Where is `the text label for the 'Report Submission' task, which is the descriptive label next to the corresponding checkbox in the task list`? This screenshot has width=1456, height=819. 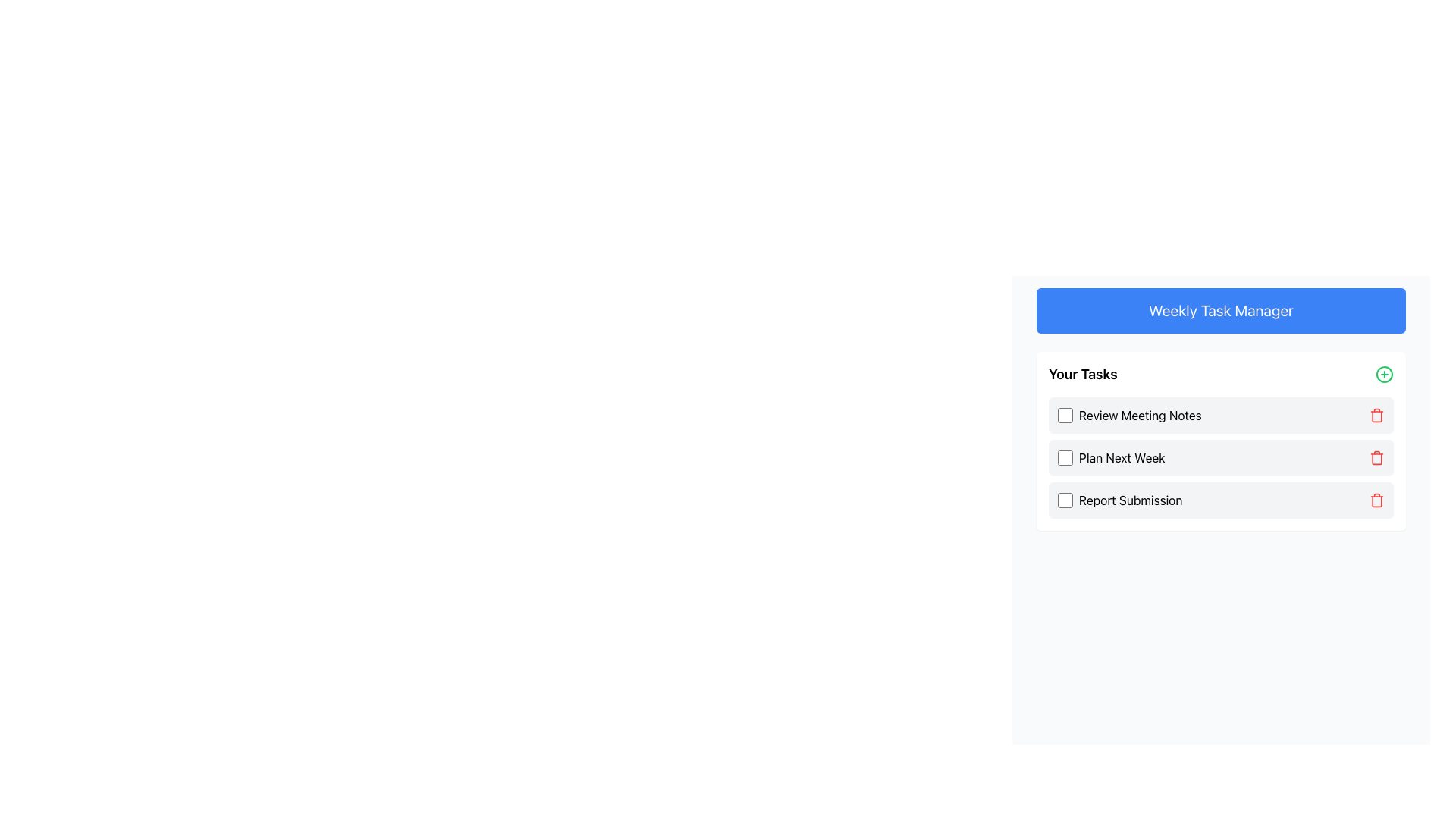
the text label for the 'Report Submission' task, which is the descriptive label next to the corresponding checkbox in the task list is located at coordinates (1131, 500).